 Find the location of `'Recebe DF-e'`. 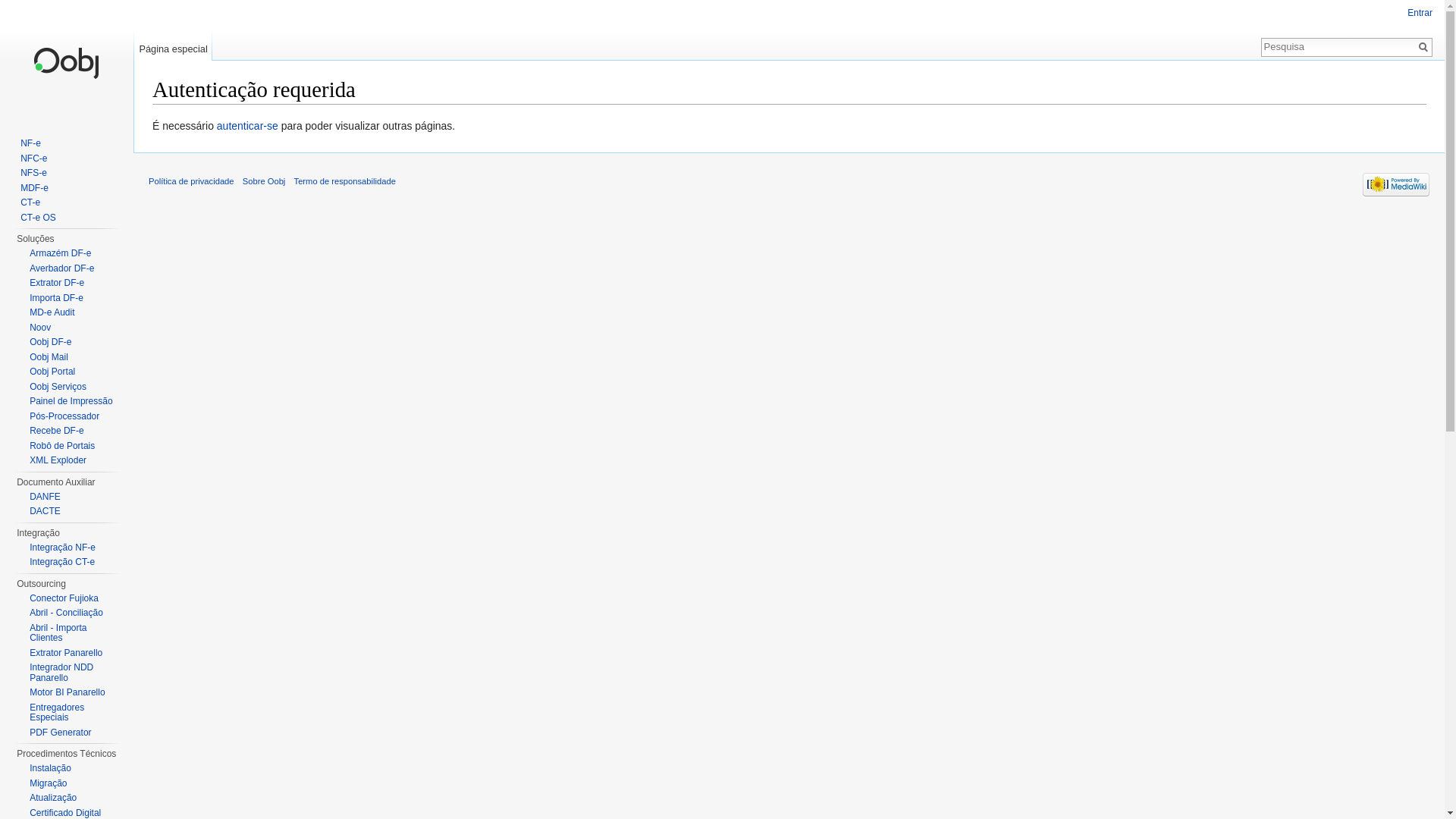

'Recebe DF-e' is located at coordinates (56, 430).